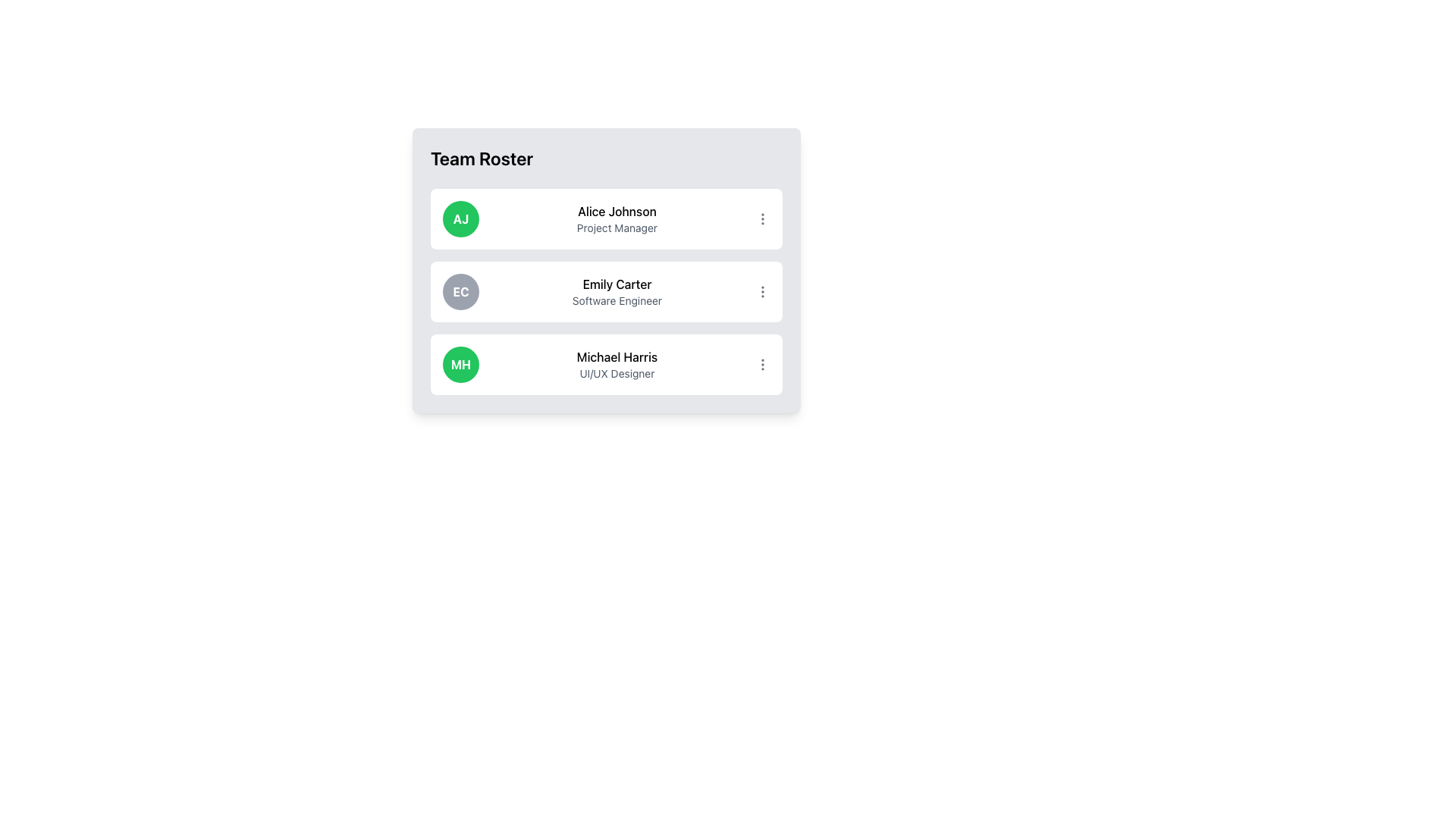 This screenshot has height=819, width=1456. Describe the element at coordinates (617, 227) in the screenshot. I see `the gray text label 'Project Manager', which is positioned below the bold name 'Alice Johnson' in the card layout` at that location.